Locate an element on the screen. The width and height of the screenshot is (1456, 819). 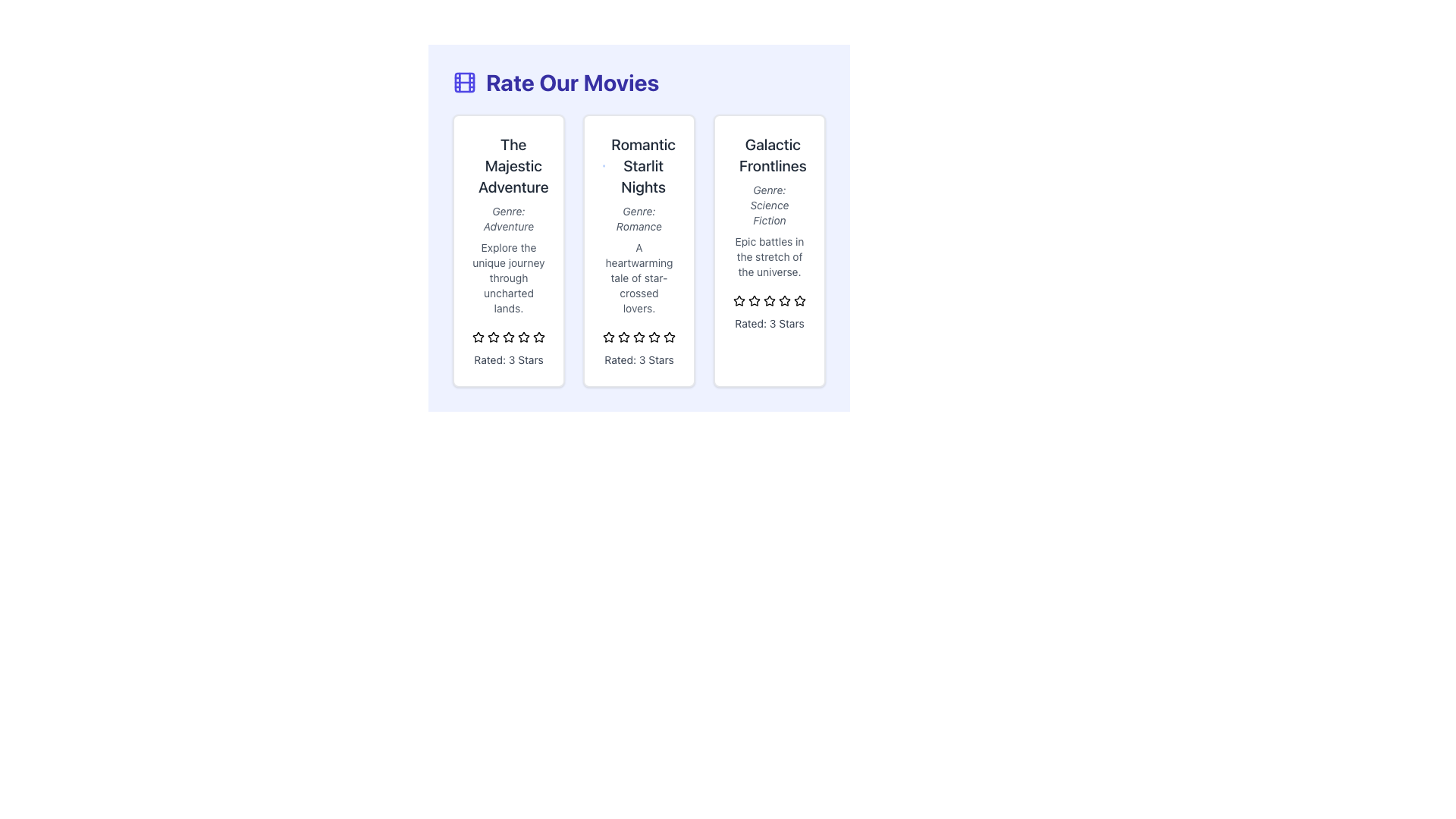
static text element displaying the rating value '3 Stars' located at the bottom center of the card for 'Galactic Frontlines', positioned directly below the five star rating icons is located at coordinates (769, 323).